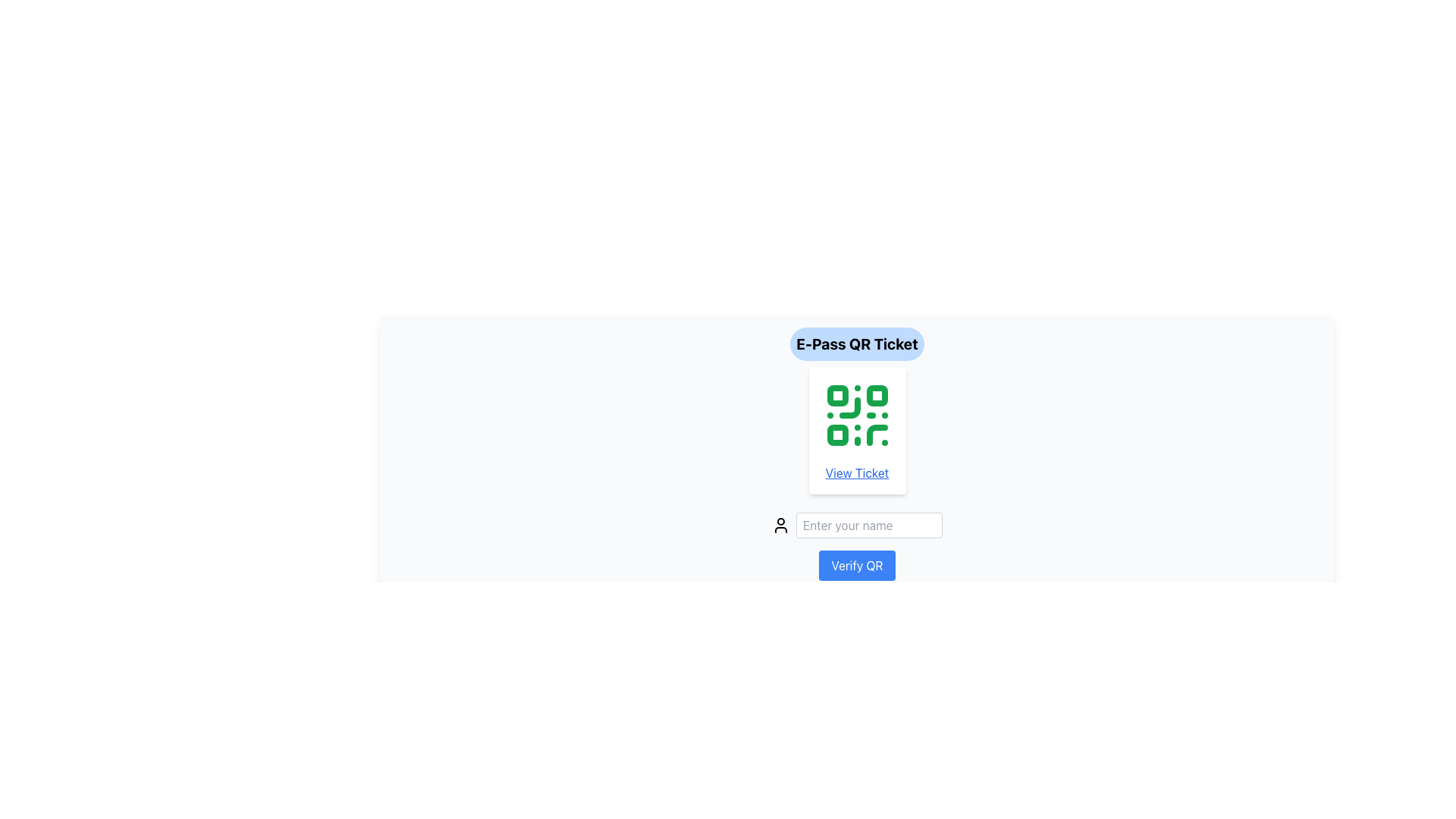  Describe the element at coordinates (869, 525) in the screenshot. I see `the text input field with gray border styling and placeholder text 'Enter your name' to focus on it` at that location.